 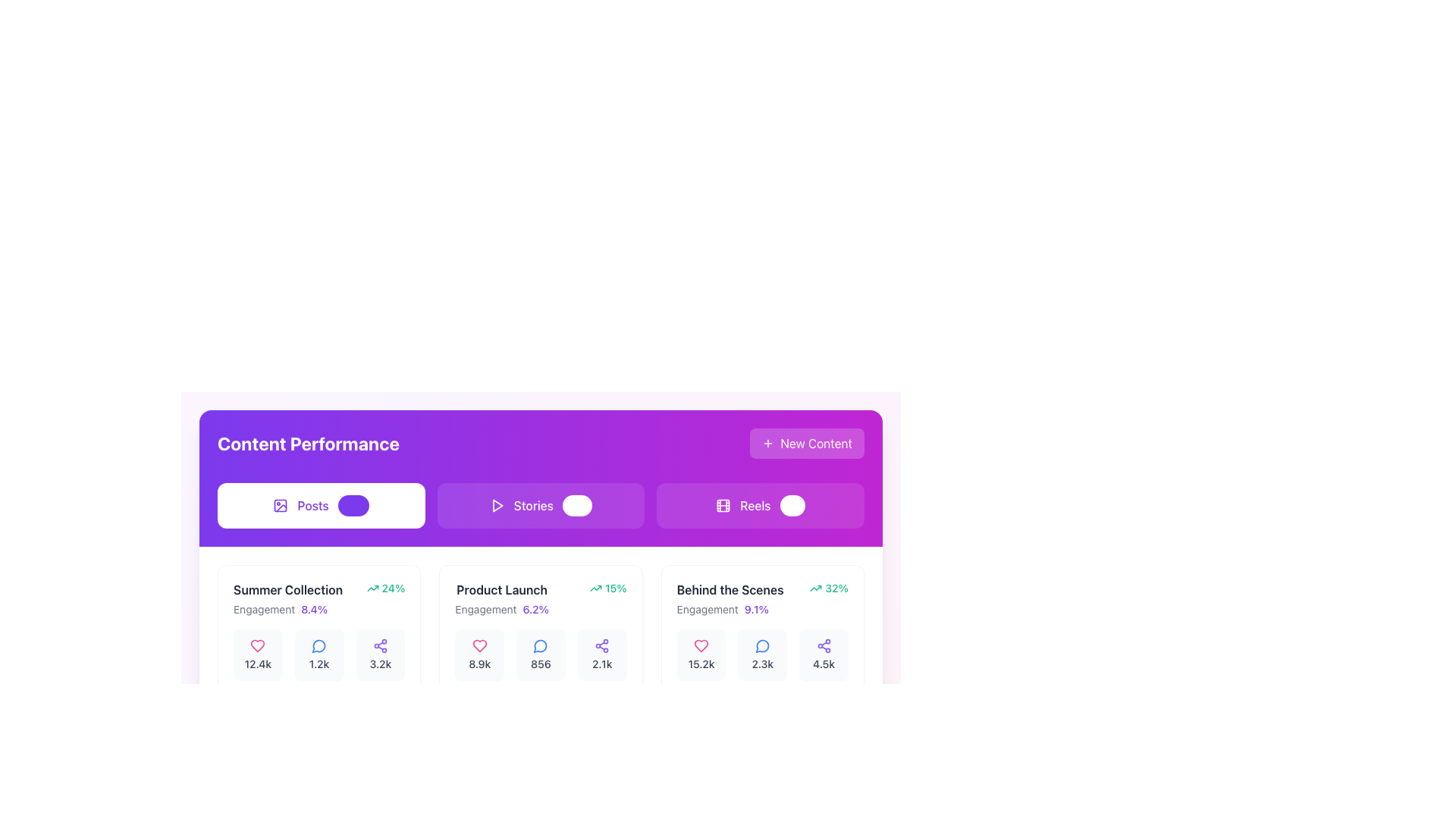 What do you see at coordinates (497, 506) in the screenshot?
I see `the triangular play icon located on the 'Stories' button` at bounding box center [497, 506].